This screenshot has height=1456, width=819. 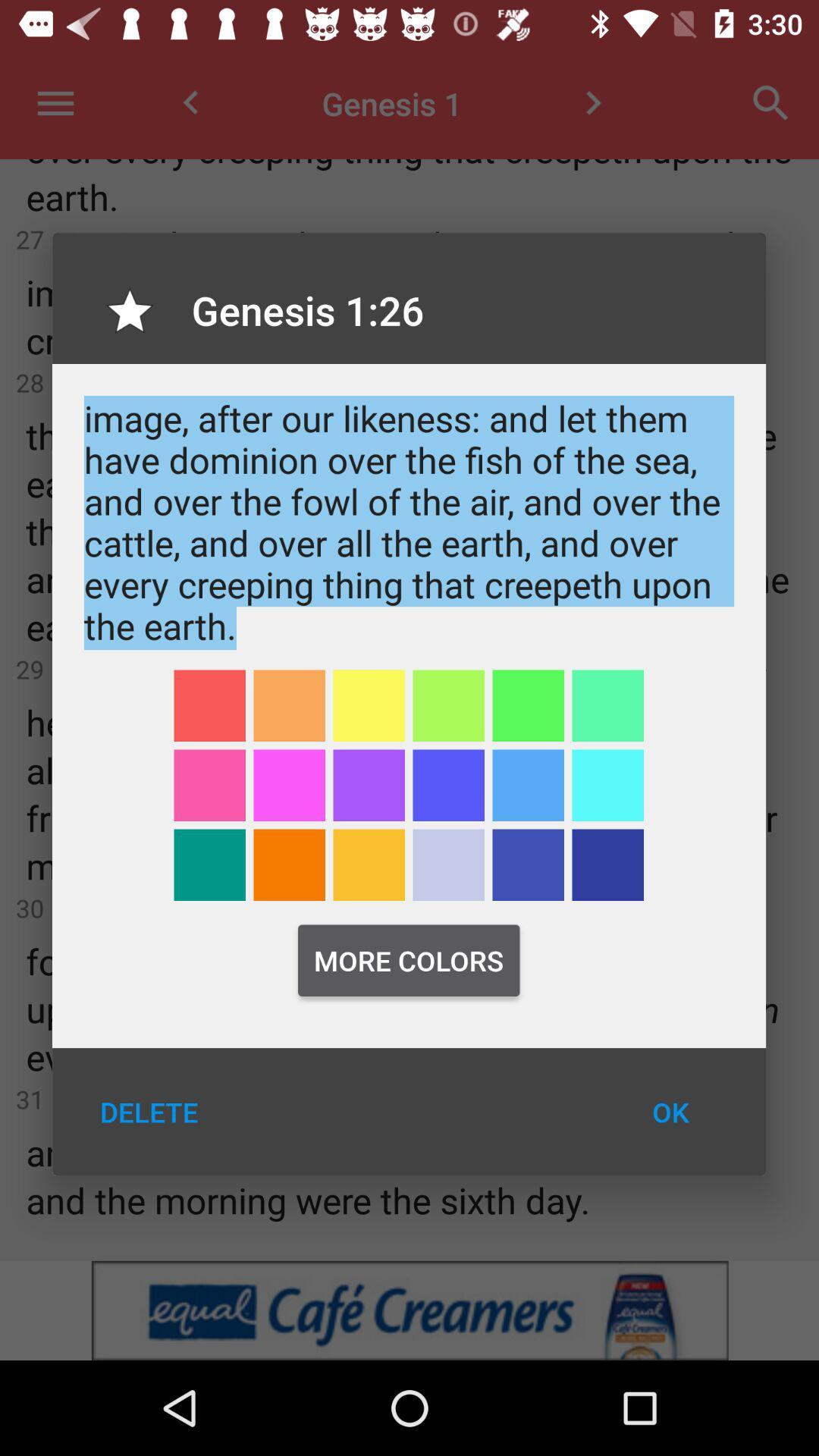 I want to click on green color, so click(x=527, y=704).